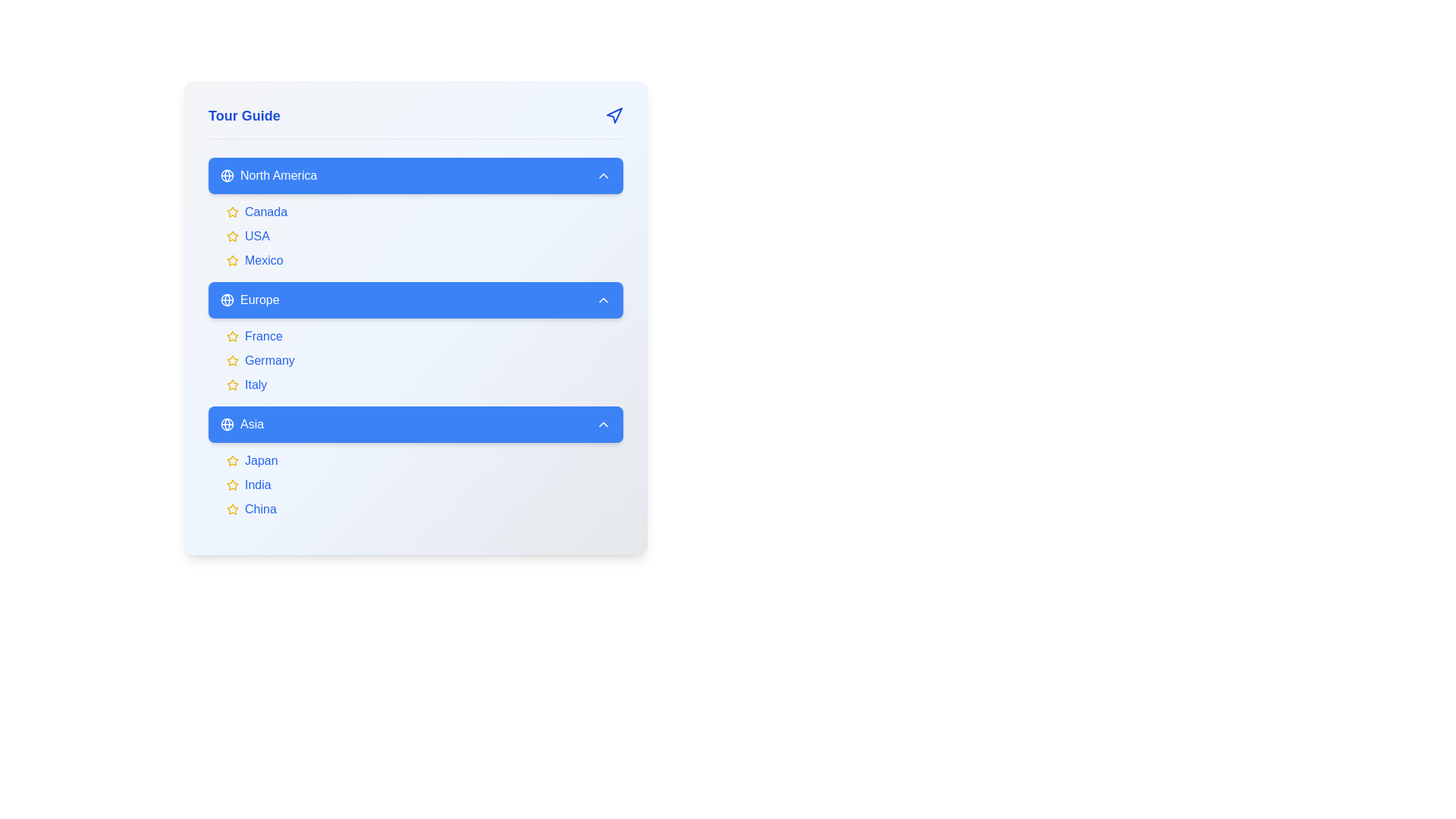  Describe the element at coordinates (416, 424) in the screenshot. I see `the collapsible button for the 'Asia' region` at that location.